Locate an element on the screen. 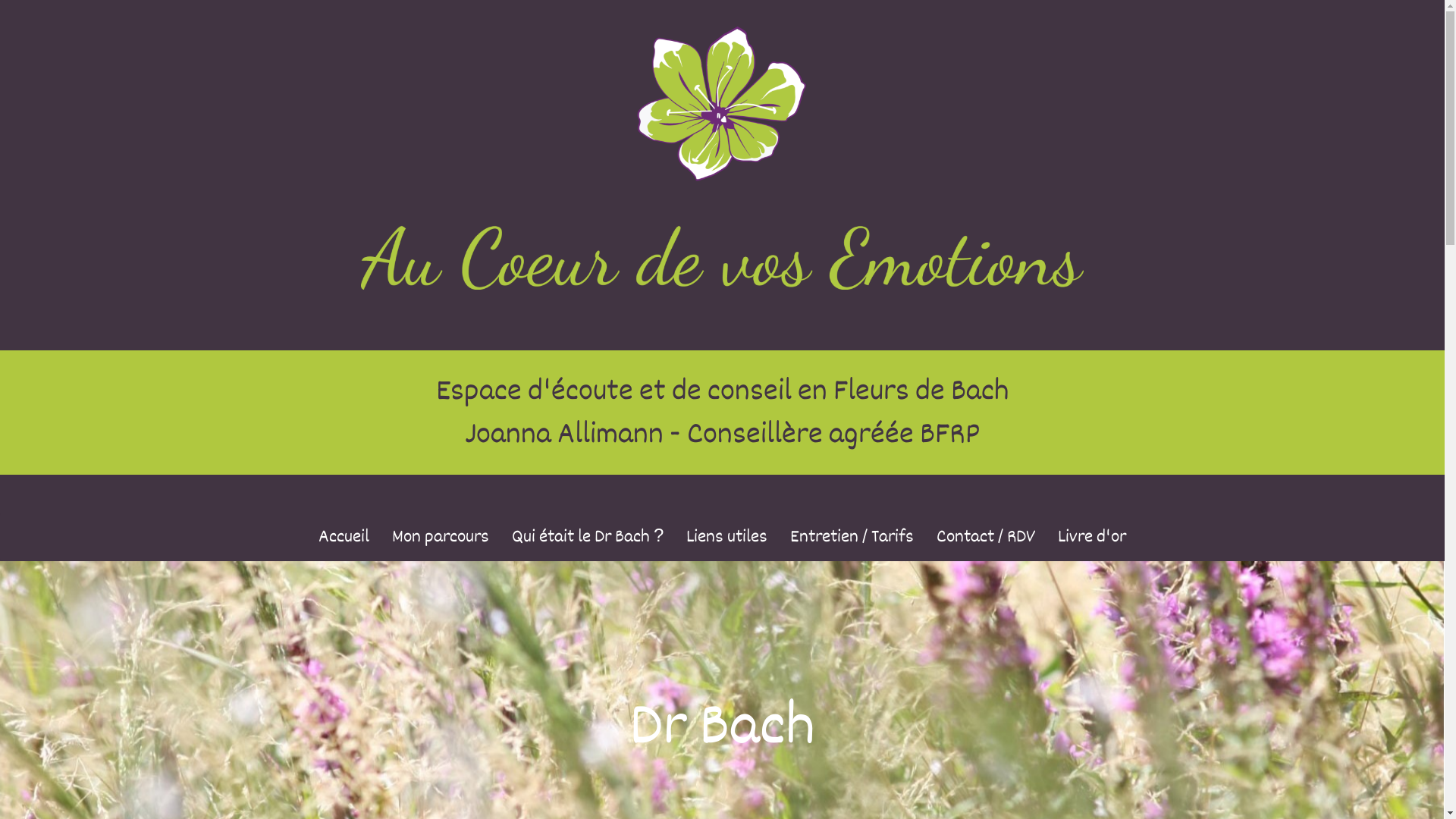  'Contact / RDV' is located at coordinates (986, 536).